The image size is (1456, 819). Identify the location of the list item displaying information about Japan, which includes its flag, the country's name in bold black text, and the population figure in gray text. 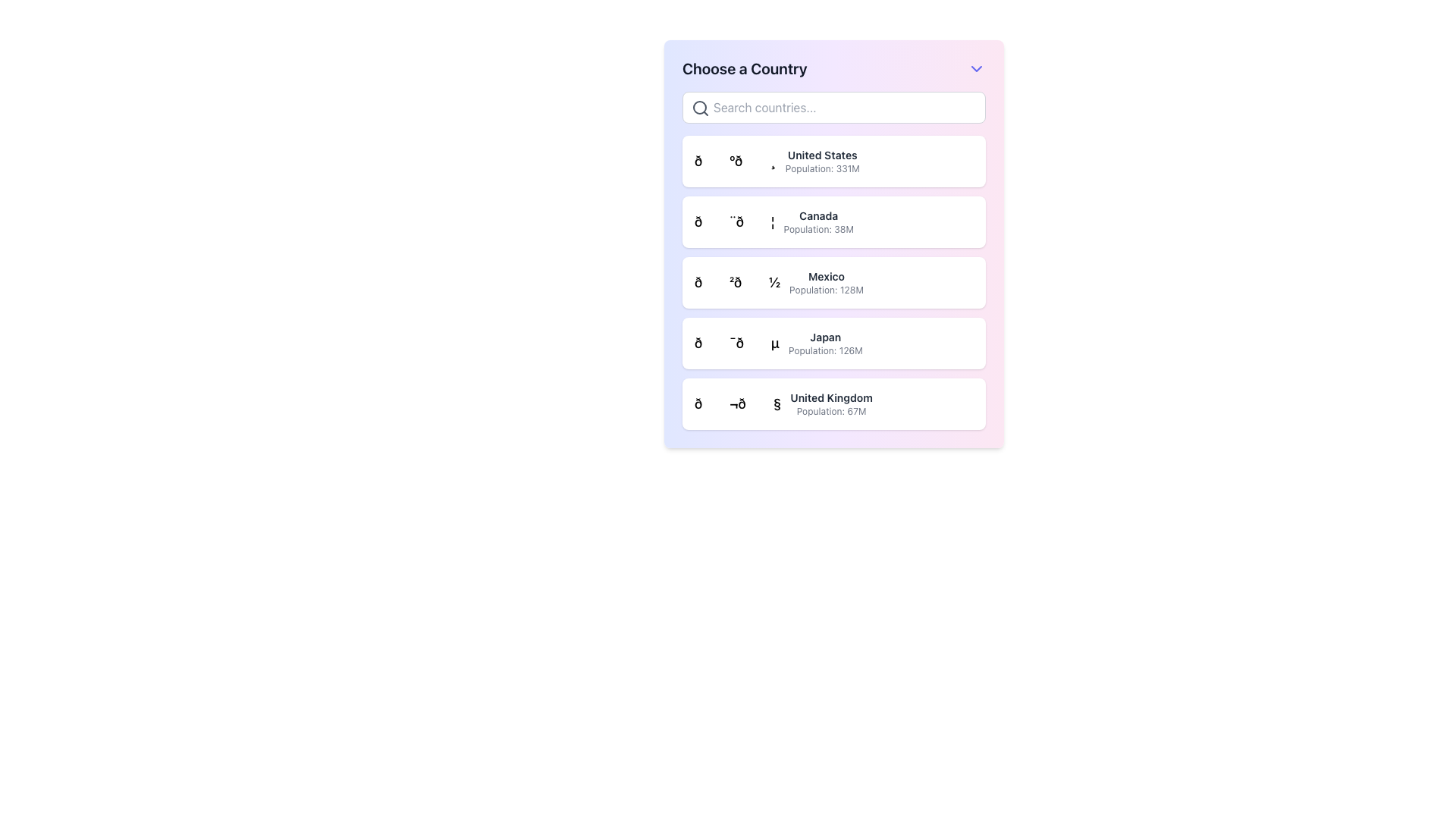
(778, 343).